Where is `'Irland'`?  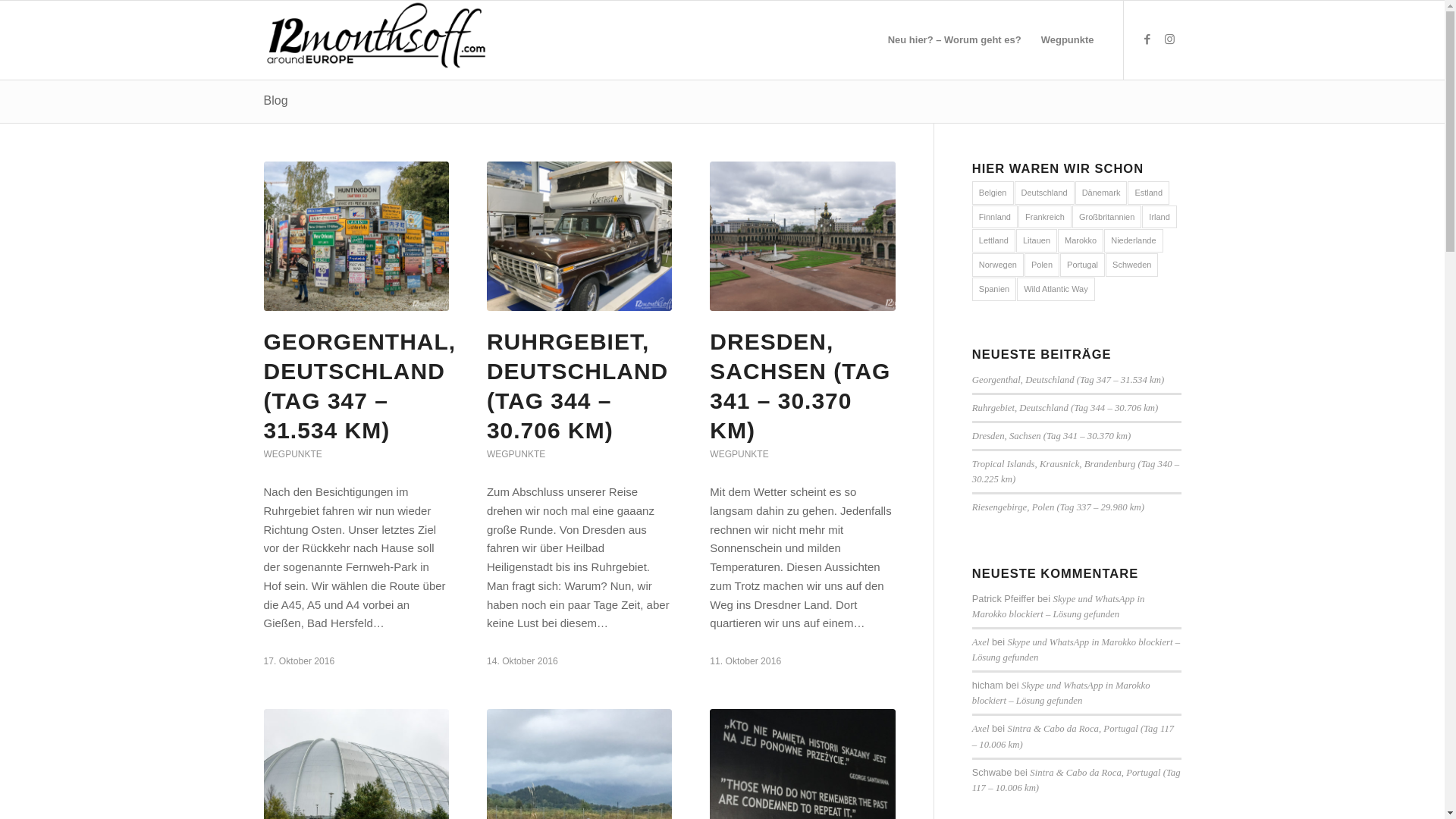
'Irland' is located at coordinates (1159, 217).